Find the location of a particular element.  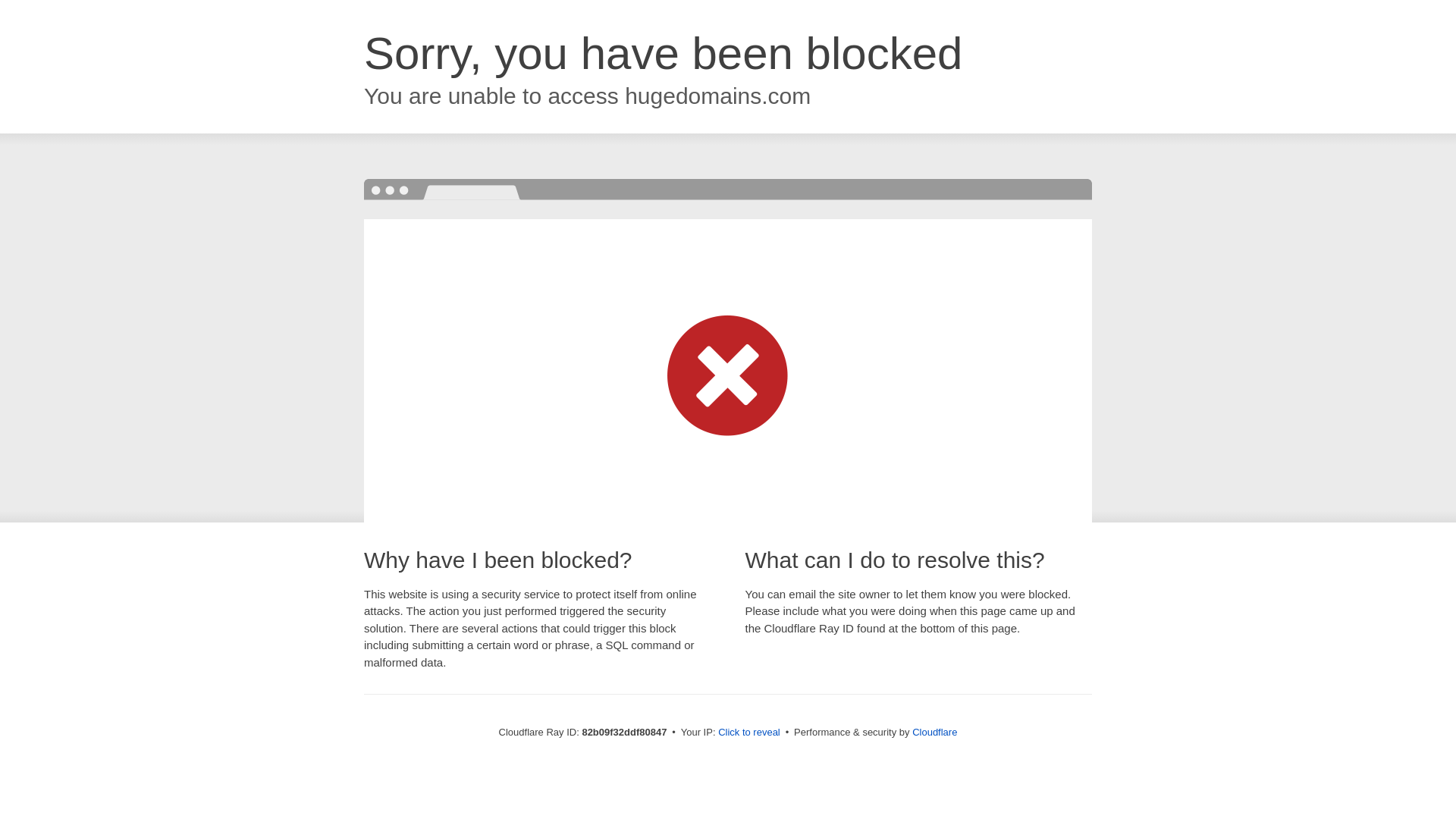

'Click to reveal' is located at coordinates (749, 731).